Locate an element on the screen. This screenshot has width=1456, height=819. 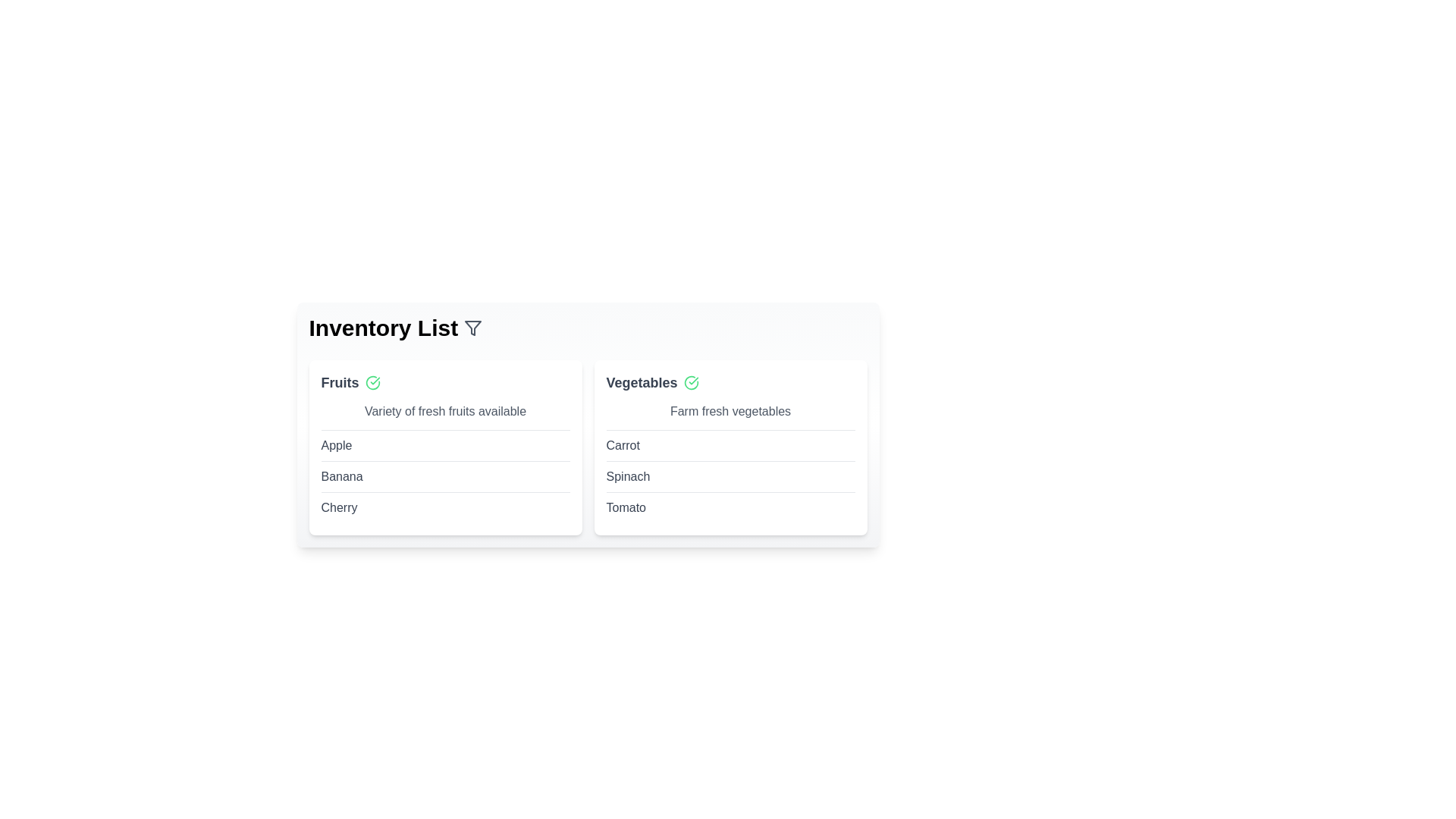
the item Apple to check for context menu options is located at coordinates (335, 444).